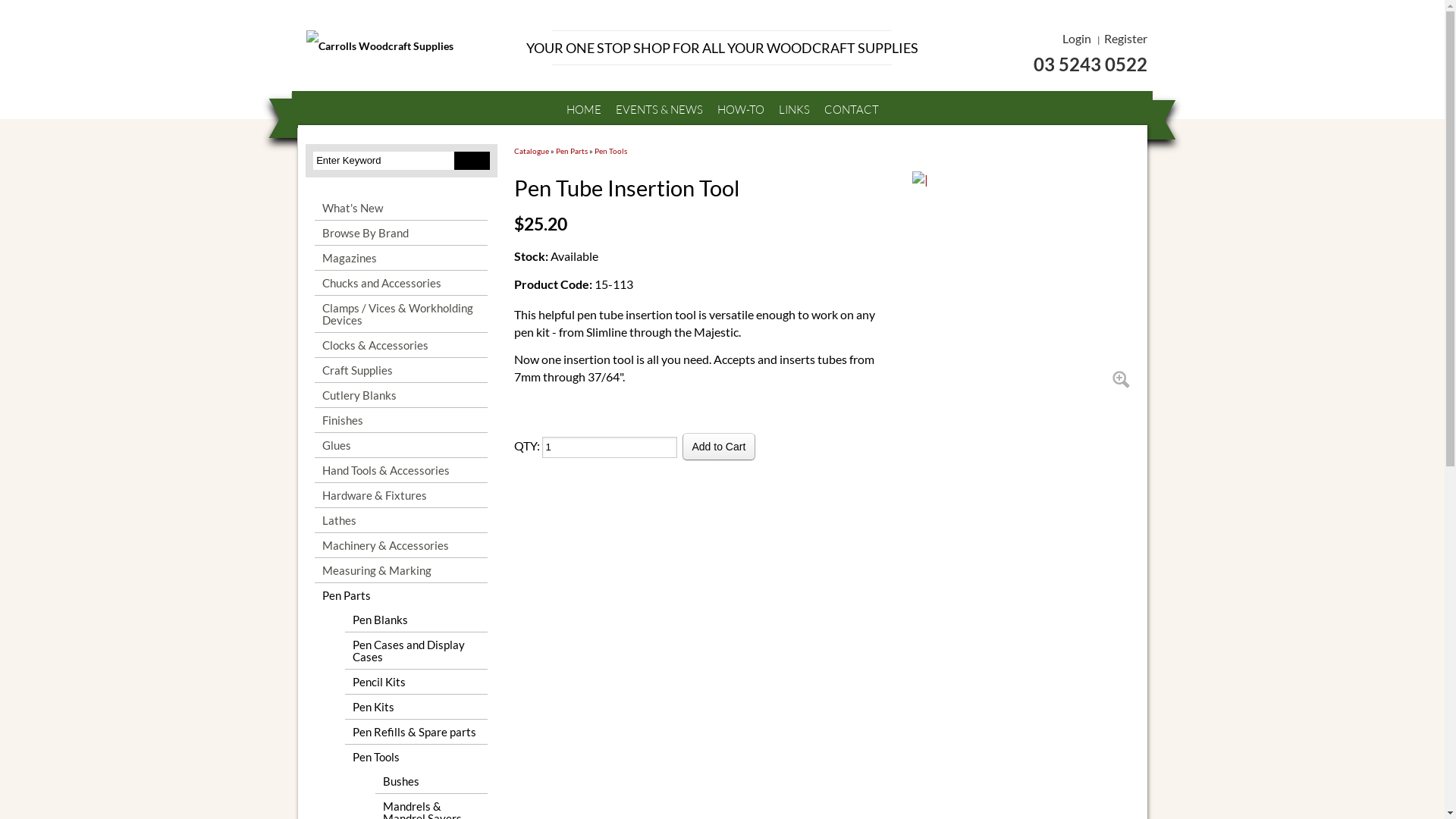 The image size is (1456, 819). What do you see at coordinates (375, 780) in the screenshot?
I see `'Bushes'` at bounding box center [375, 780].